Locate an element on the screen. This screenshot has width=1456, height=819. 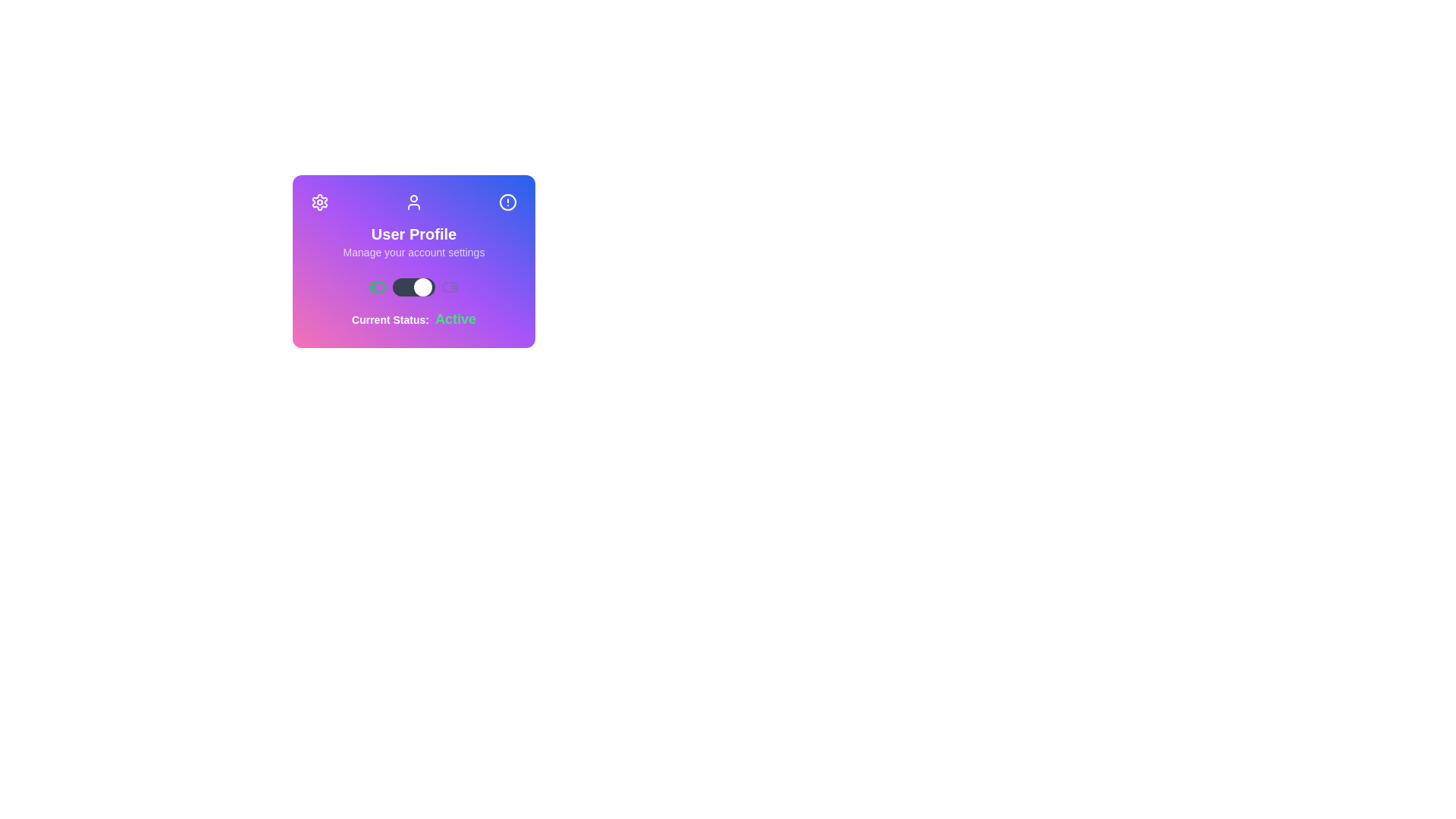
rectangular SVG element that serves as the background for the inactive state of the toggle switch, located on the right side of the toggle area is located at coordinates (450, 287).